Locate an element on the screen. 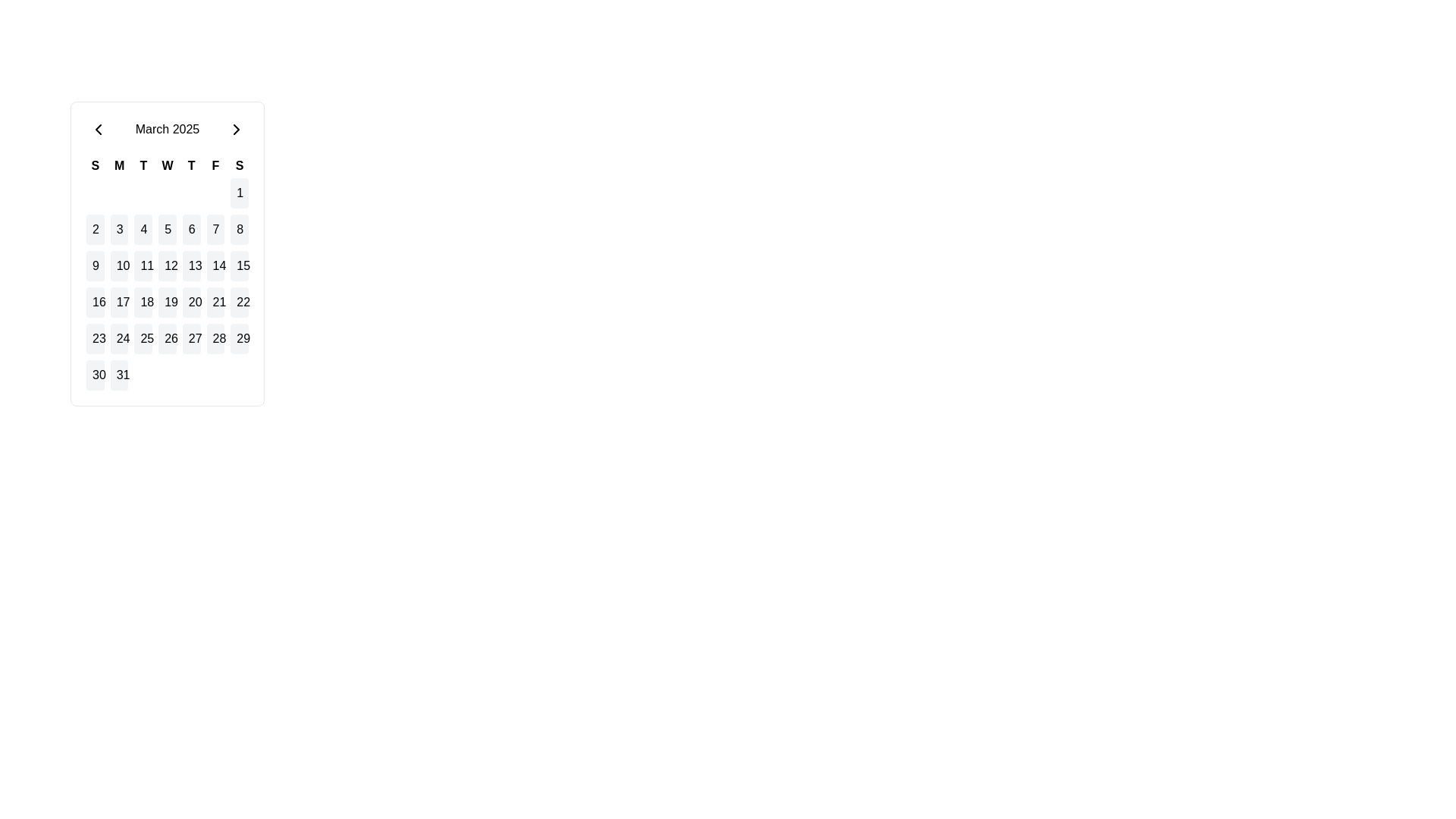  the bold letter 'F' label in the calendar grid, which indicates Friday and is the sixth element in the row of week day labels is located at coordinates (215, 166).